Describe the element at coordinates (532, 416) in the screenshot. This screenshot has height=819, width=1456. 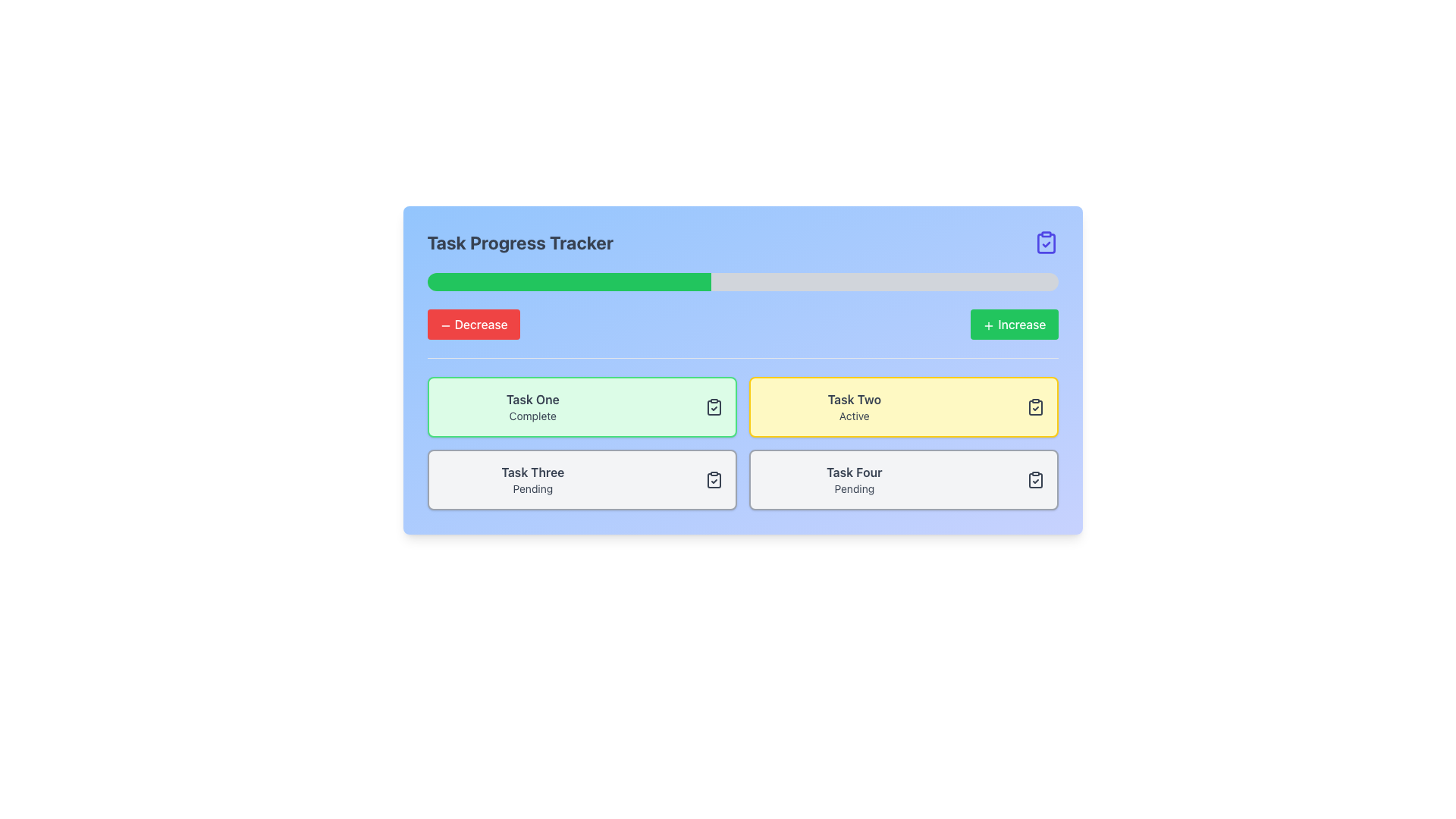
I see `the Status label indicating the completion of 'Task One', which is located within a light green box directly under the text 'Task One'` at that location.